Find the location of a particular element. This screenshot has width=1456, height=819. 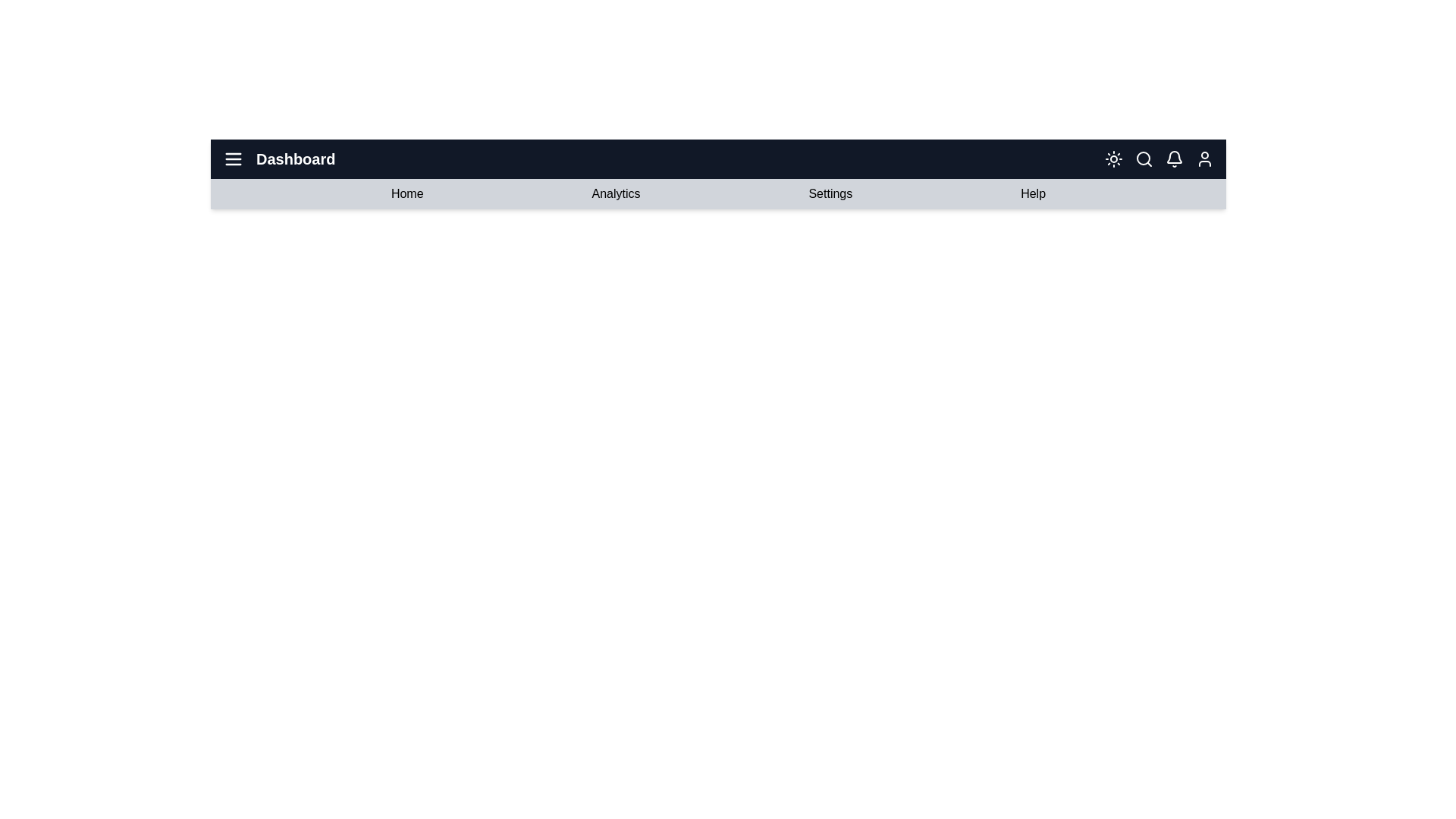

the search icon to open the search functionality is located at coordinates (1144, 158).